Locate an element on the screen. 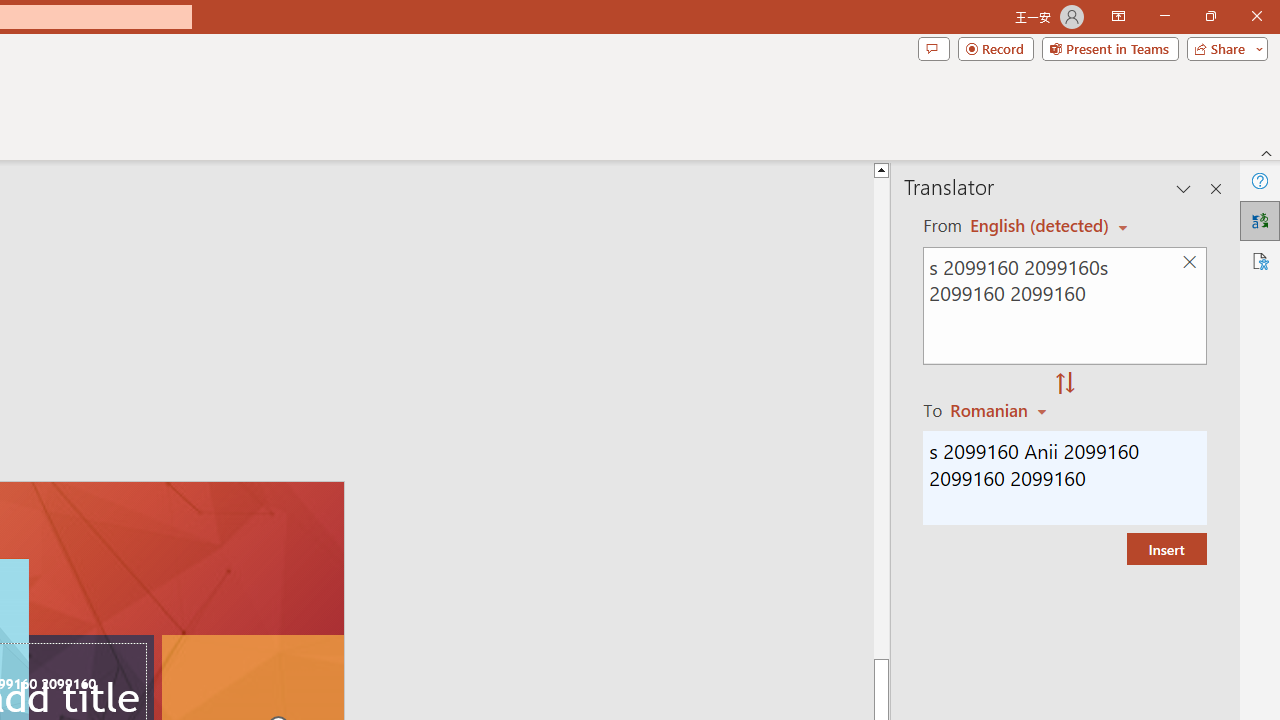 This screenshot has height=720, width=1280. 'Romanian' is located at coordinates (1001, 409).